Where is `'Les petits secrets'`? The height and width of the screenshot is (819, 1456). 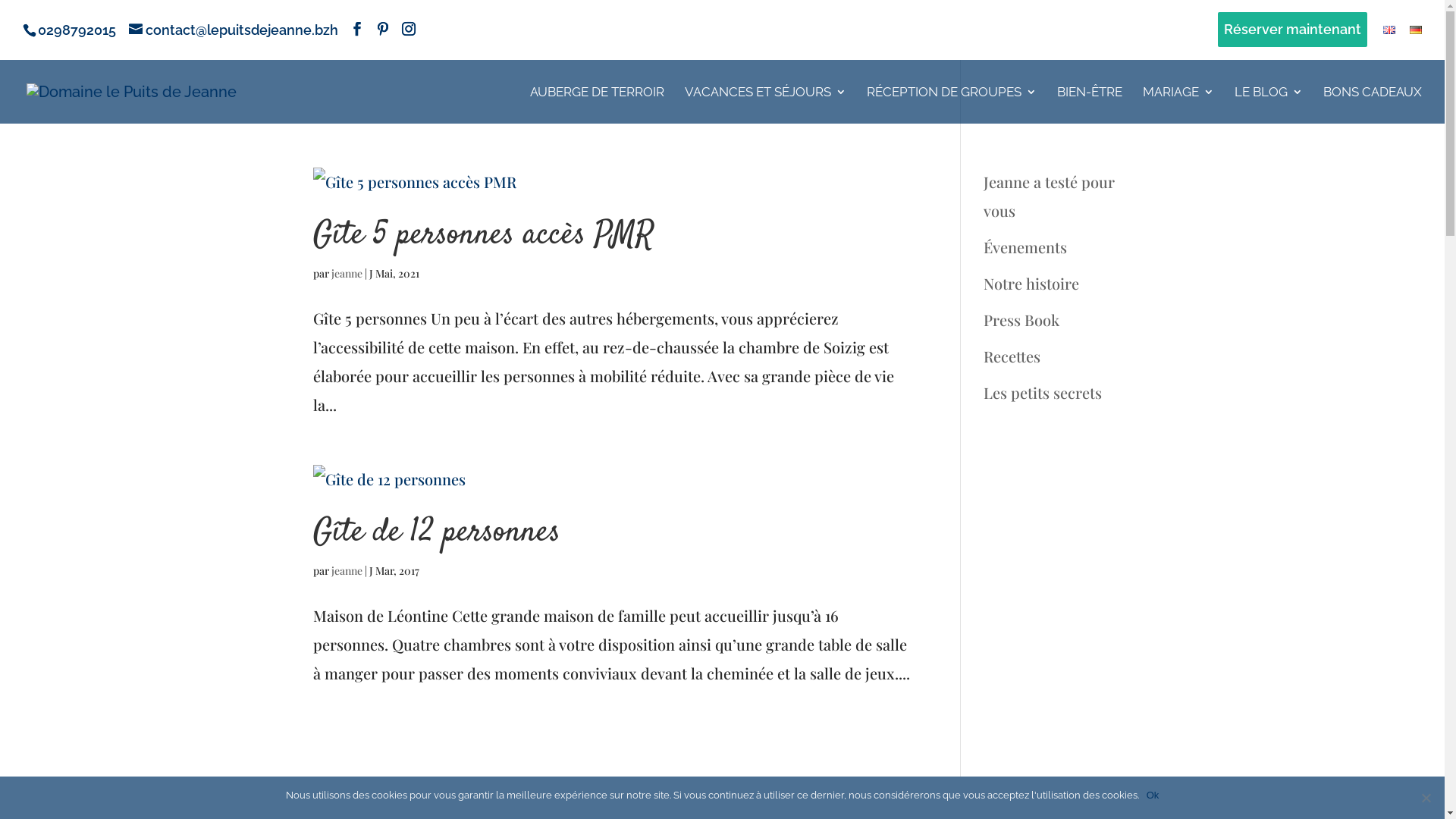 'Les petits secrets' is located at coordinates (1041, 391).